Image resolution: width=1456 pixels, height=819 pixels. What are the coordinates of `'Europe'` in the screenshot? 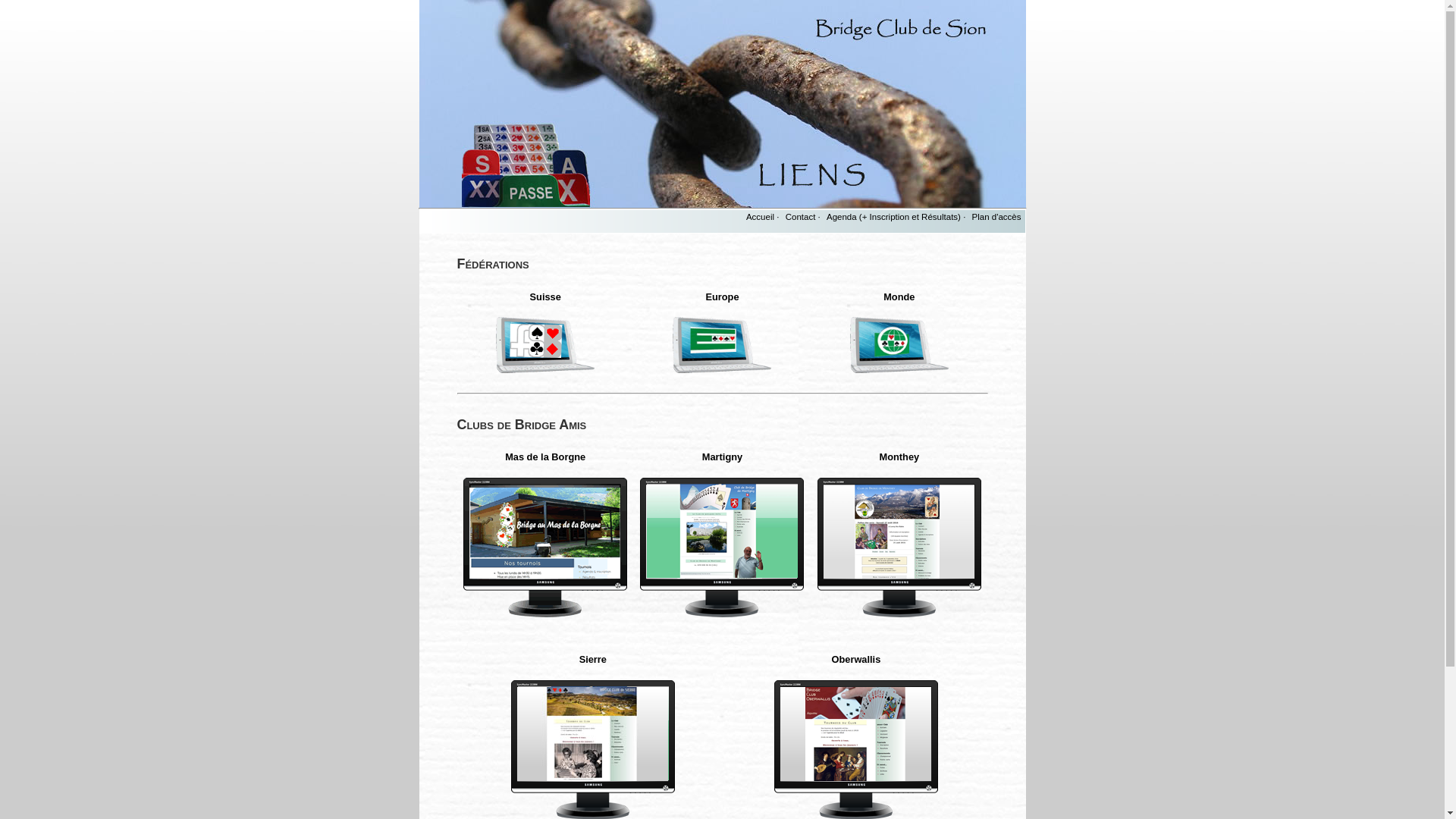 It's located at (720, 297).